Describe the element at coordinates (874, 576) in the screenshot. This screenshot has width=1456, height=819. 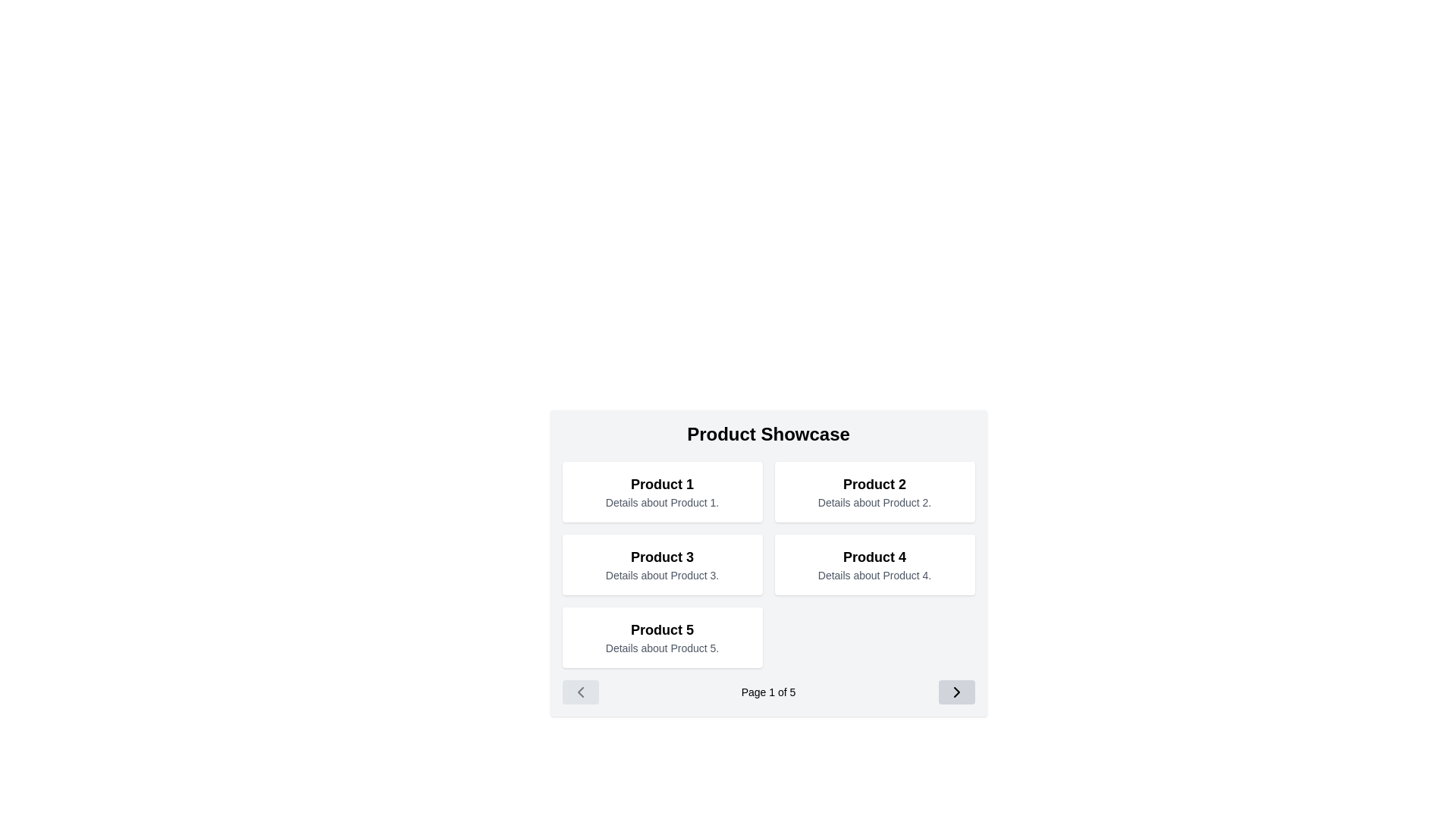
I see `the text element reading 'Details about Product 4.', which is a smaller gray font located below the bold title 'Product 4'` at that location.